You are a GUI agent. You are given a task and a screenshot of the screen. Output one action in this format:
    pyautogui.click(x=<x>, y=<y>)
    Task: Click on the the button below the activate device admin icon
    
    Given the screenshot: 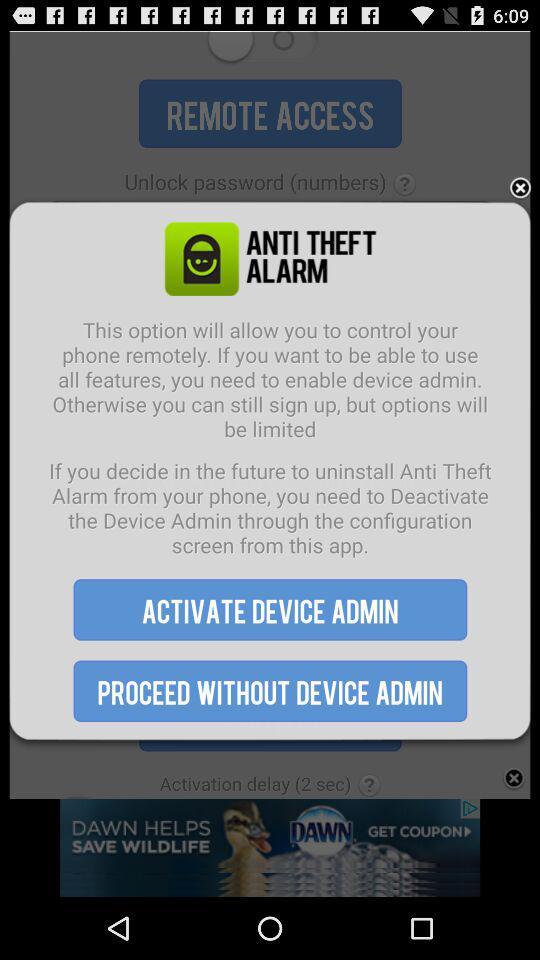 What is the action you would take?
    pyautogui.click(x=270, y=691)
    